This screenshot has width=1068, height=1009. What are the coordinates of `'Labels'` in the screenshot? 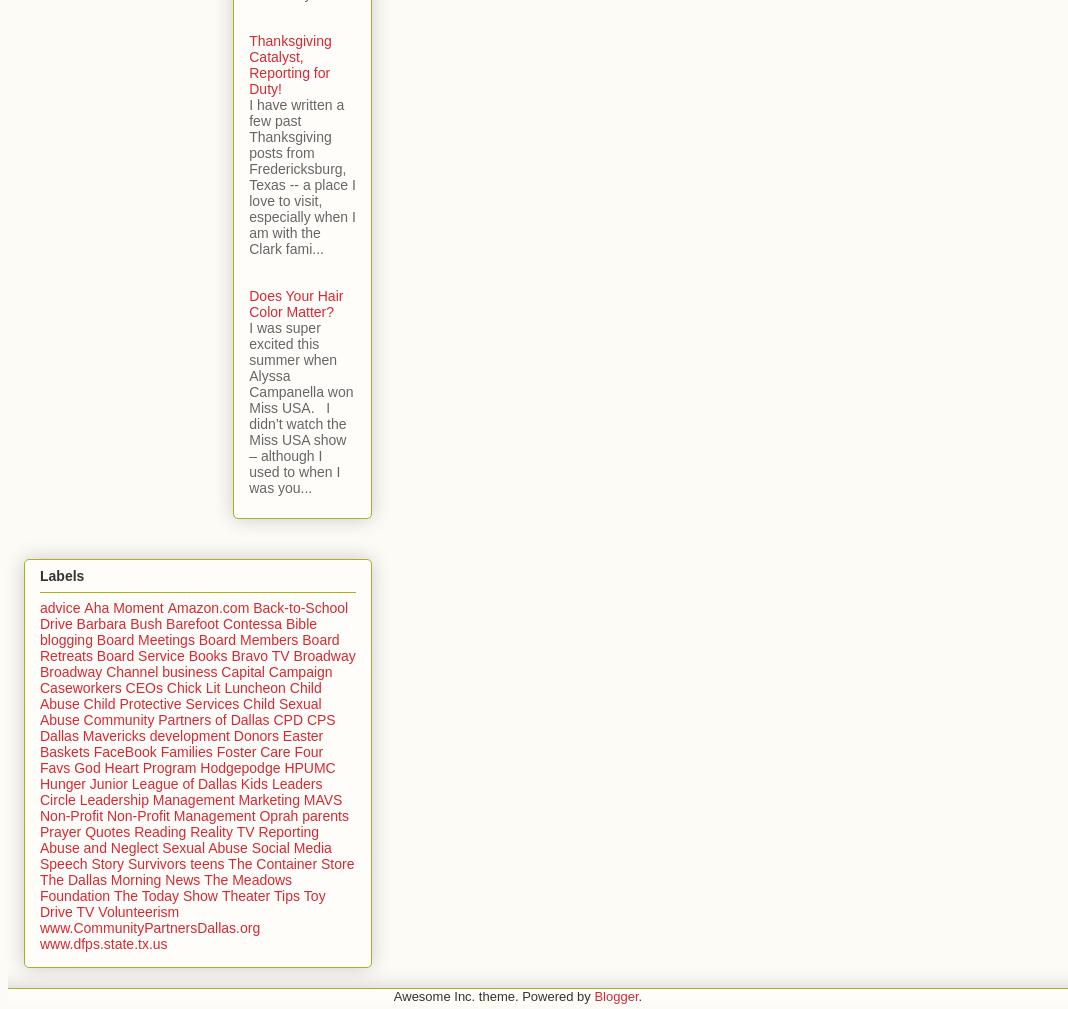 It's located at (61, 576).